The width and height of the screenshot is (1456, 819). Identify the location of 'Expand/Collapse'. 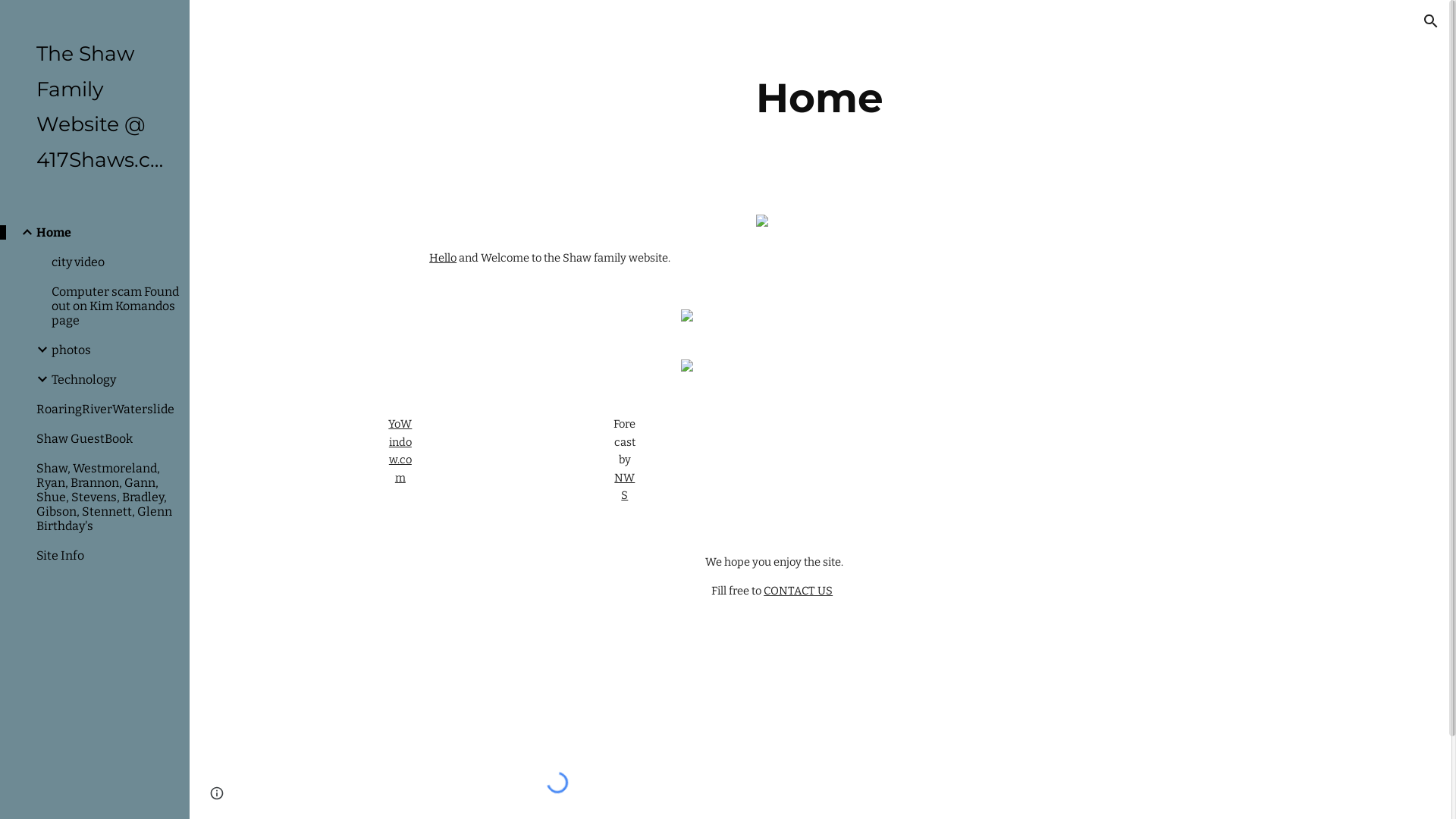
(22, 231).